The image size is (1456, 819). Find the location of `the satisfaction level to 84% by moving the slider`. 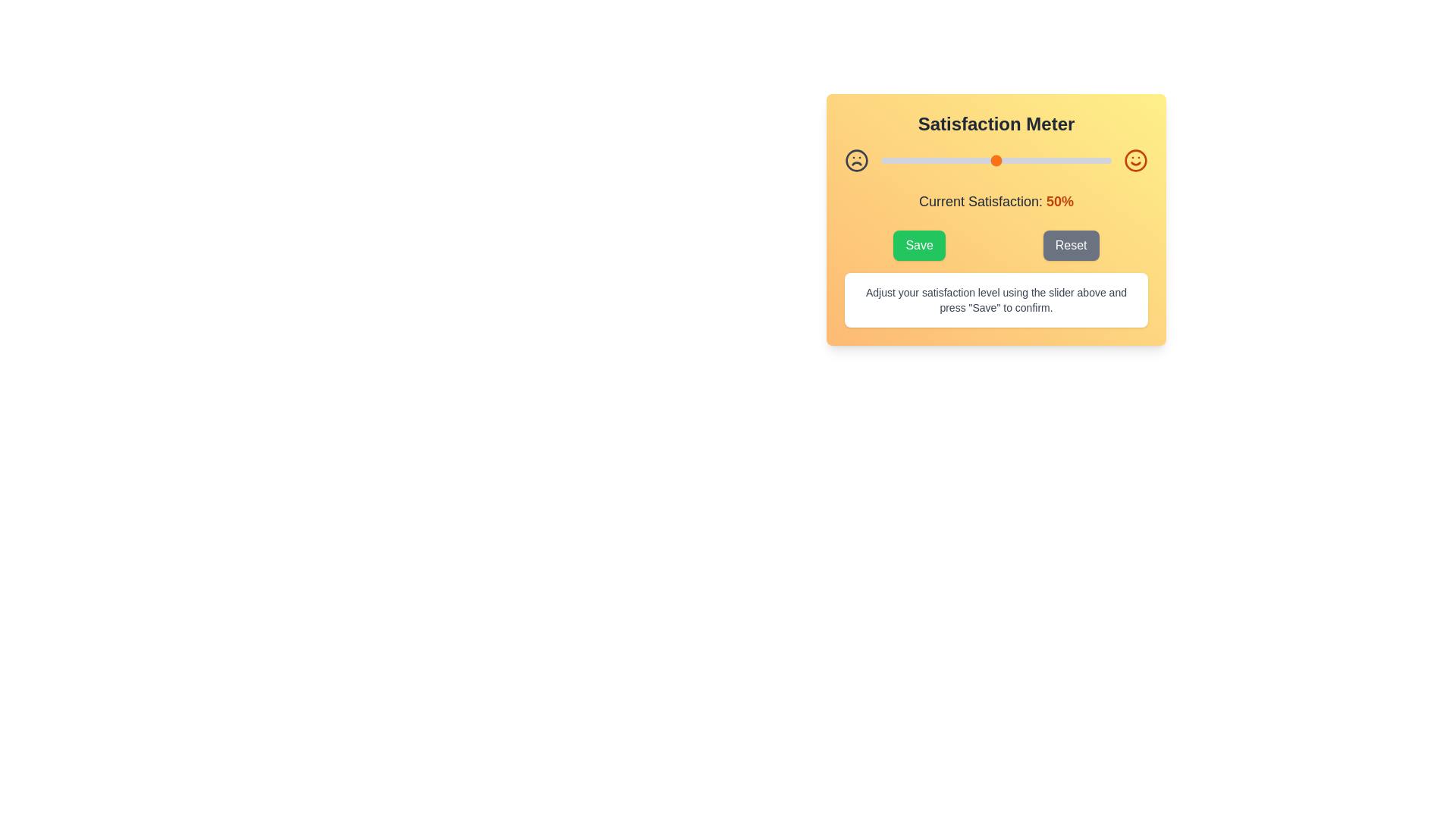

the satisfaction level to 84% by moving the slider is located at coordinates (1074, 161).